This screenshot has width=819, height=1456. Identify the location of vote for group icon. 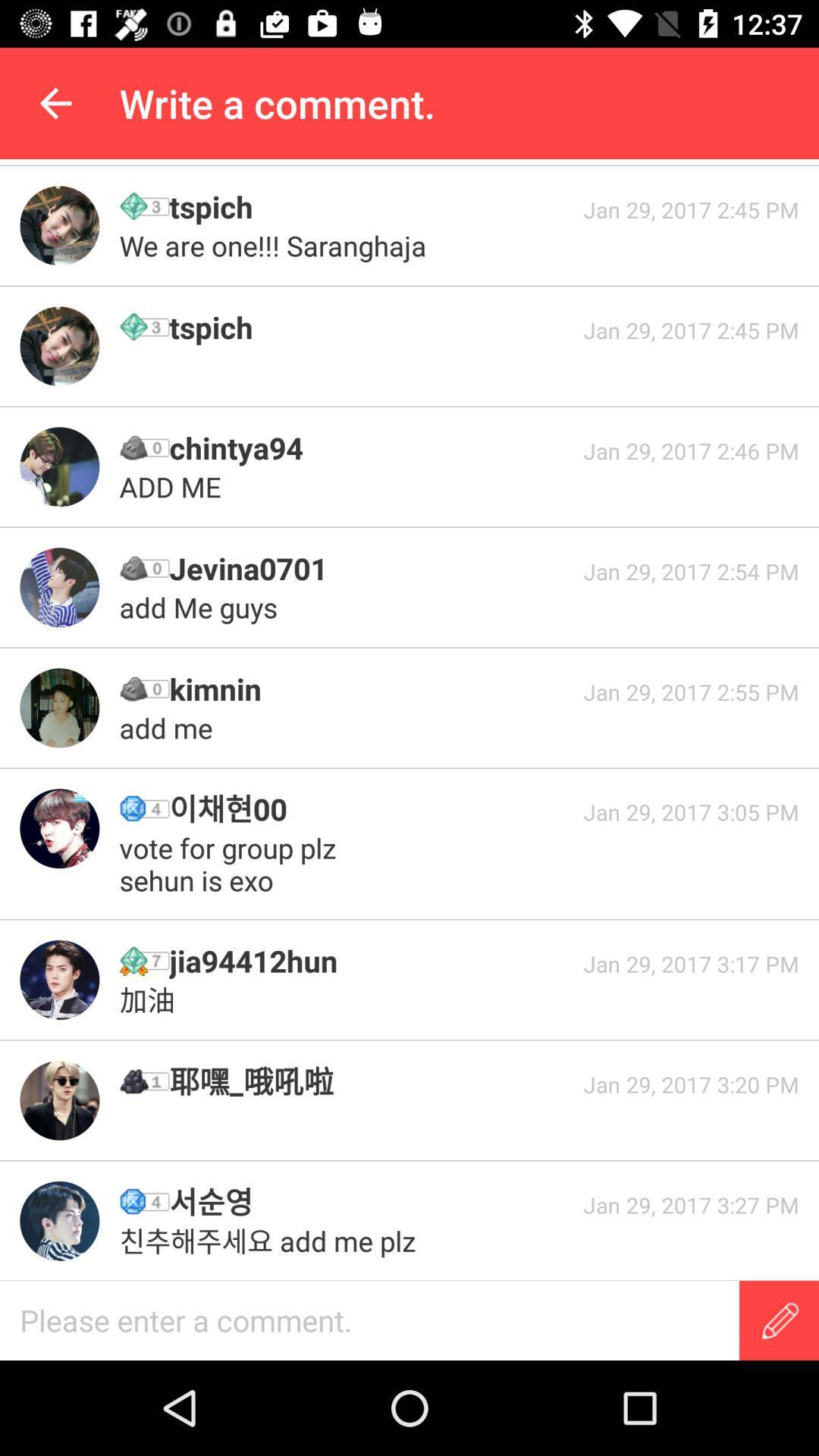
(231, 864).